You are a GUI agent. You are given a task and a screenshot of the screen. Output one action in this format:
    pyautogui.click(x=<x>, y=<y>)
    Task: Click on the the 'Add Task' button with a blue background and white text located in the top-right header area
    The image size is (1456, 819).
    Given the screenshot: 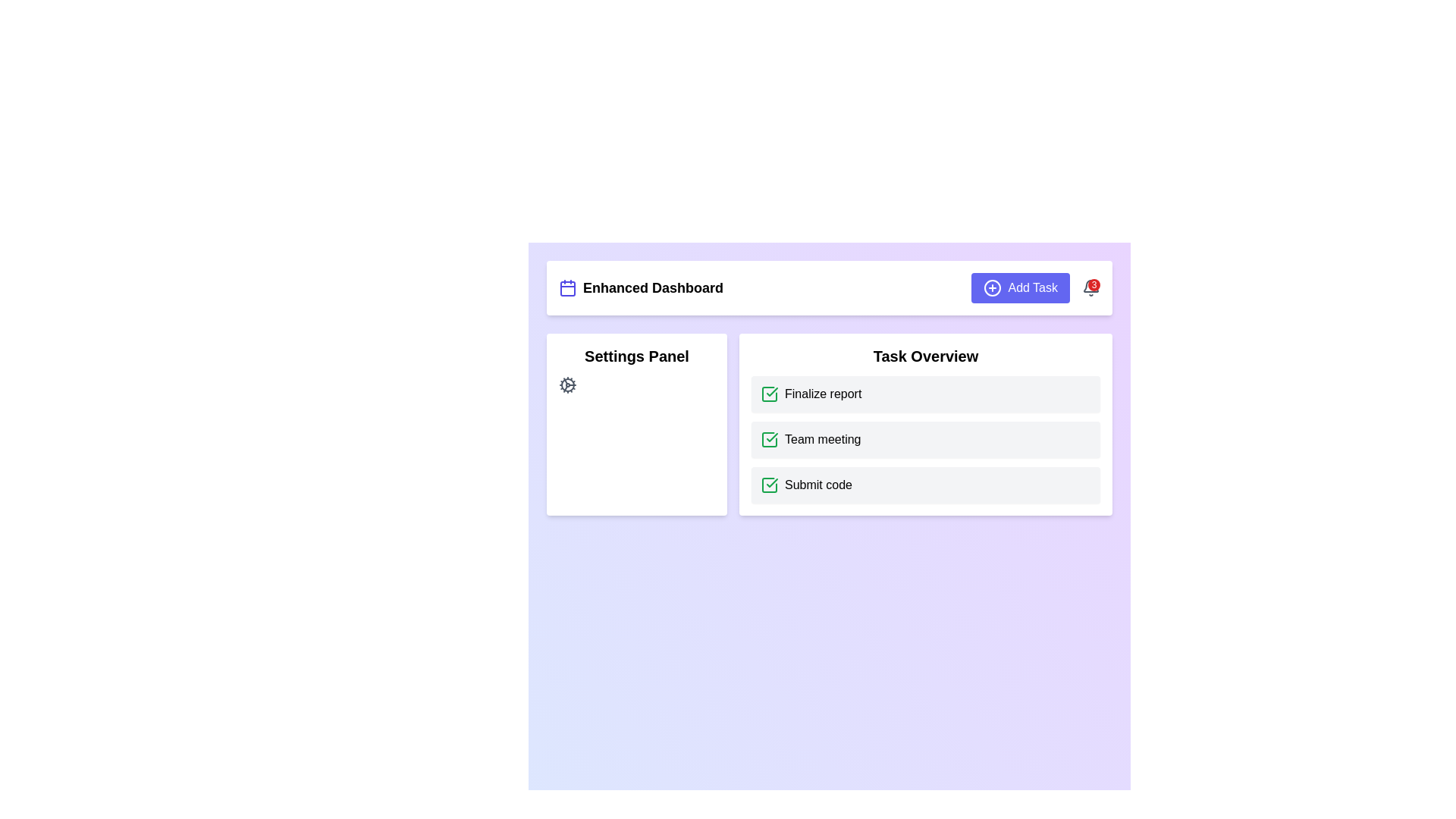 What is the action you would take?
    pyautogui.click(x=1035, y=288)
    